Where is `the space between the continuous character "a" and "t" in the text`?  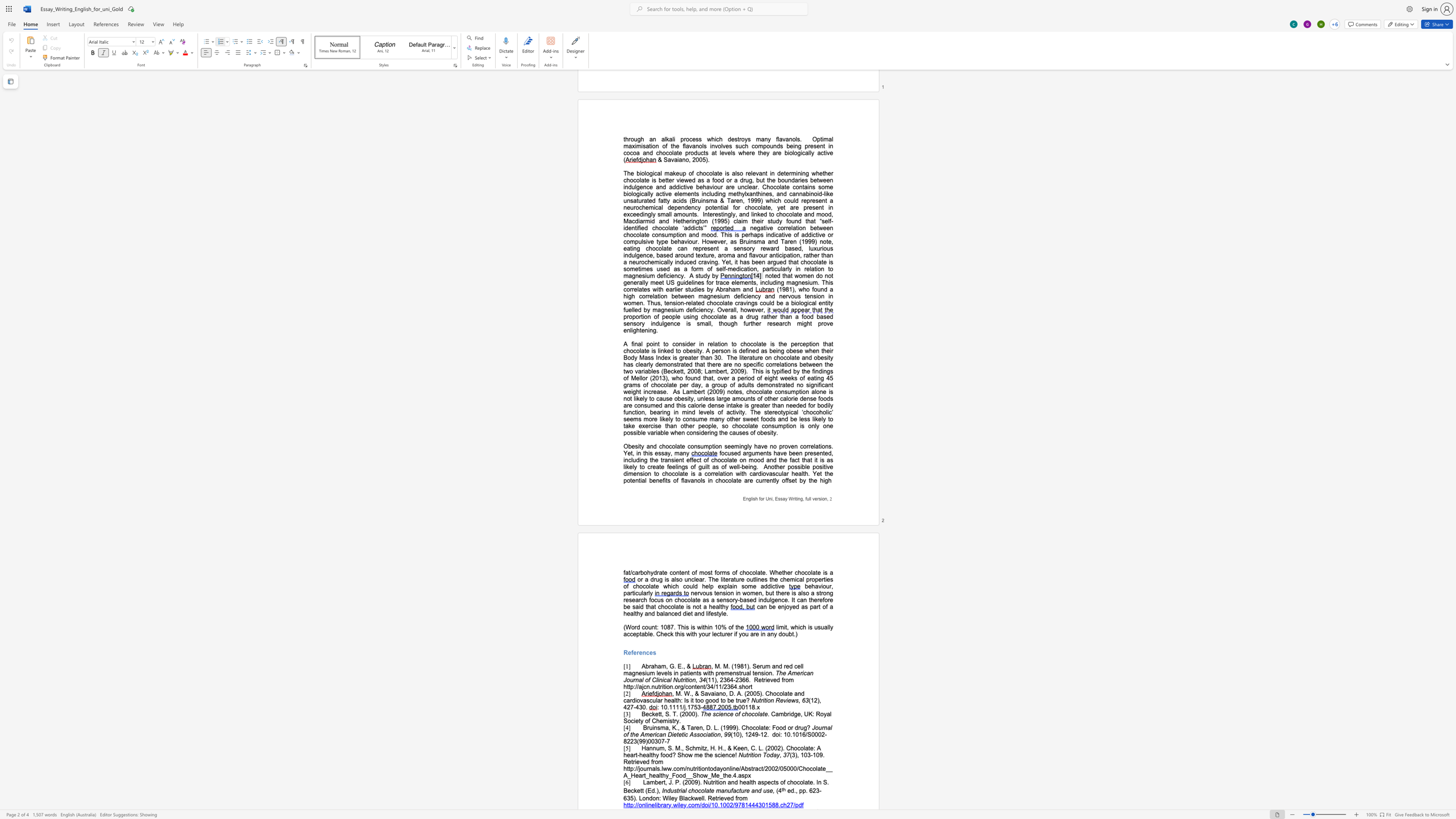
the space between the continuous character "a" and "t" in the text is located at coordinates (708, 791).